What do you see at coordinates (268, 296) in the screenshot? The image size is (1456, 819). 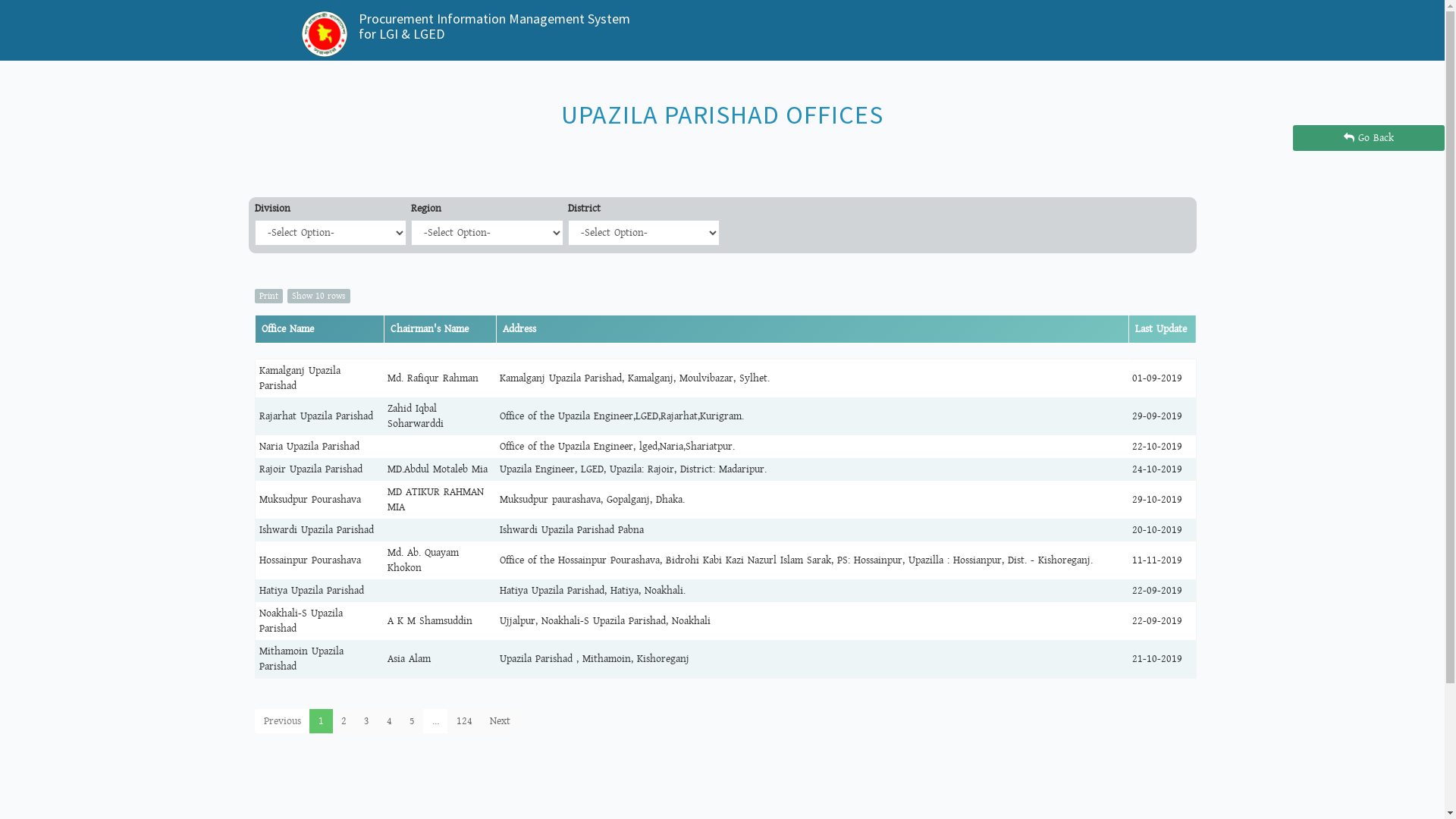 I see `'Print'` at bounding box center [268, 296].